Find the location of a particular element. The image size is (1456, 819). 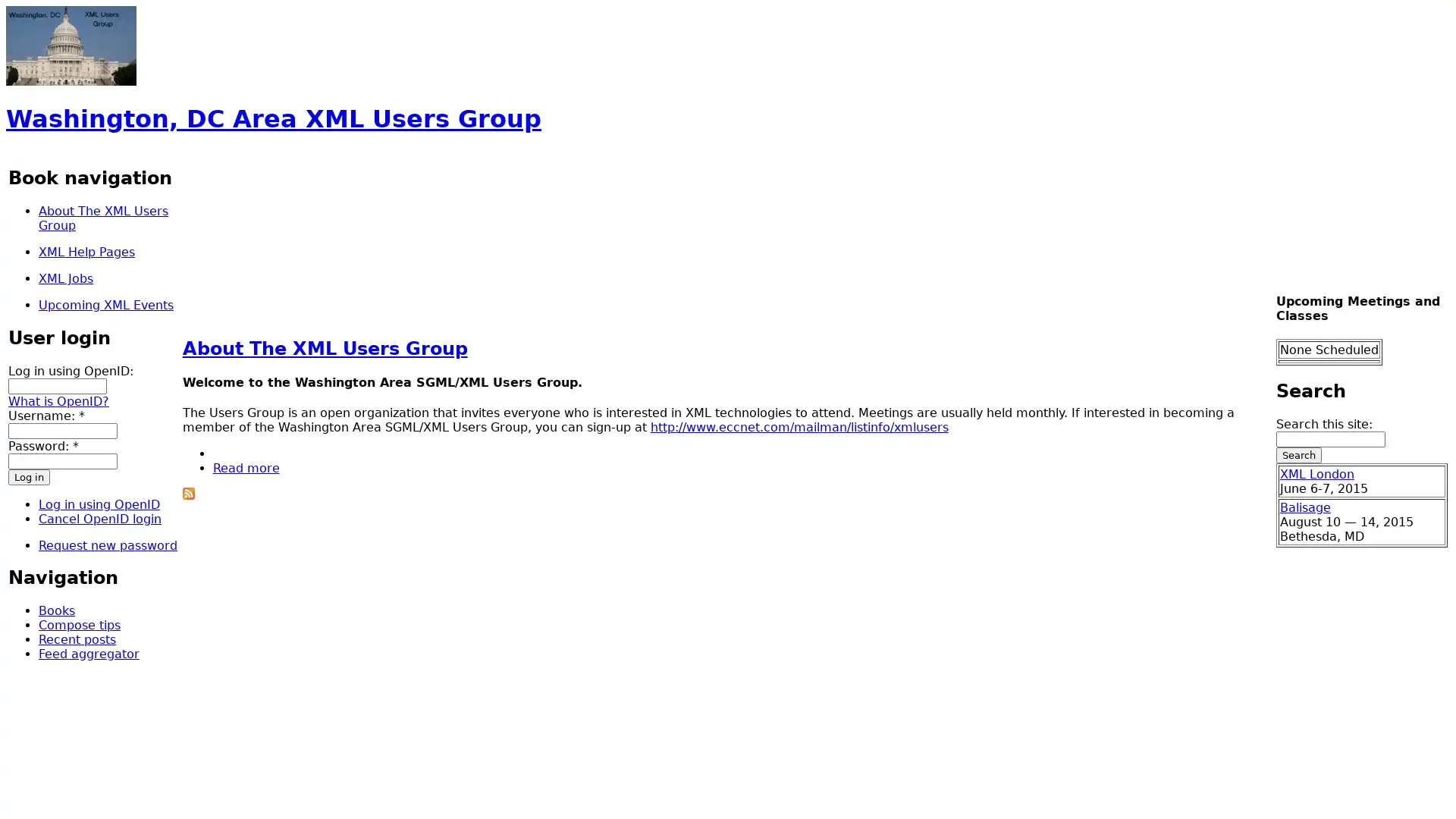

Log in is located at coordinates (29, 475).